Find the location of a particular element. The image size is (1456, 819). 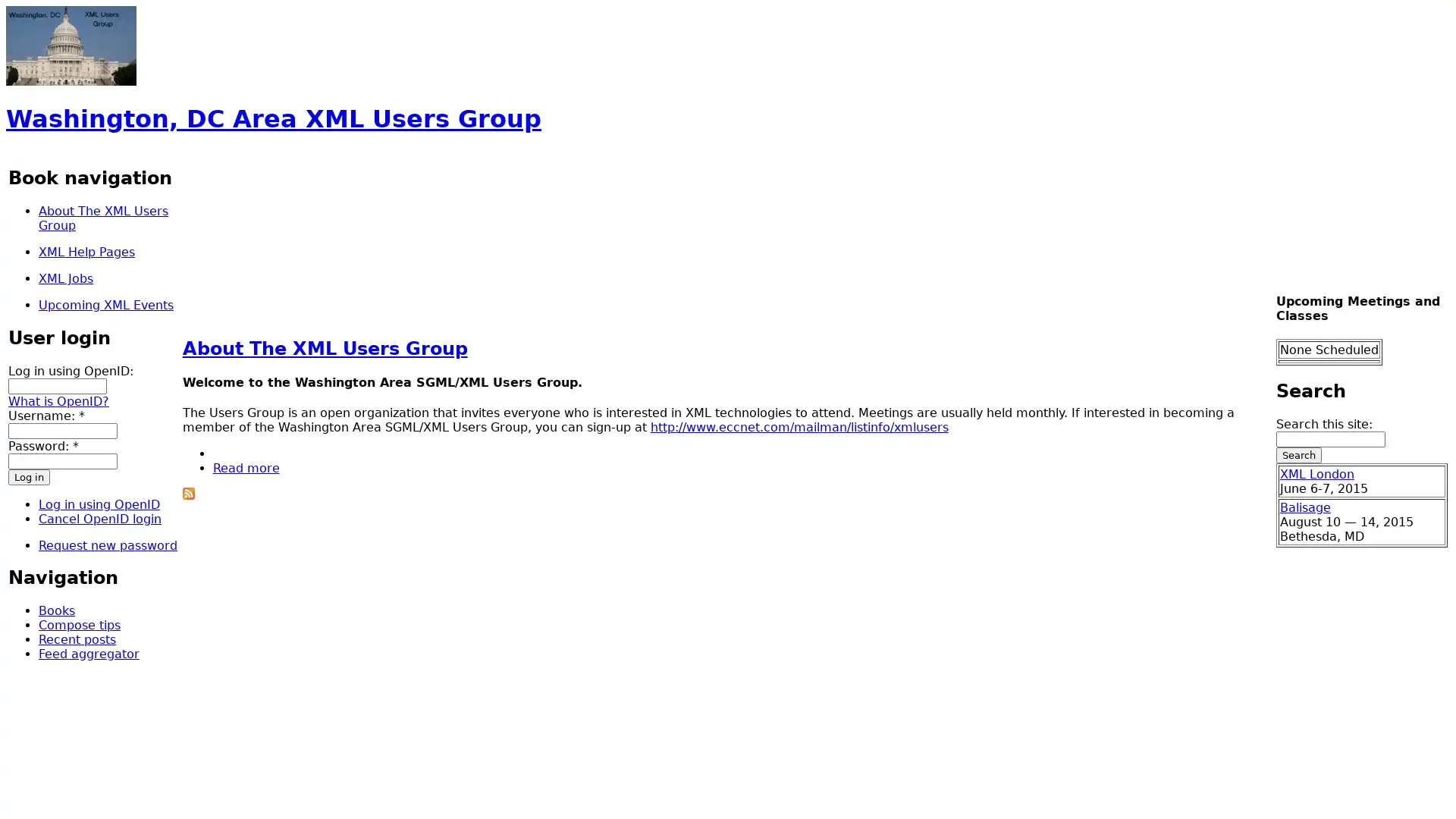

Log in is located at coordinates (29, 475).